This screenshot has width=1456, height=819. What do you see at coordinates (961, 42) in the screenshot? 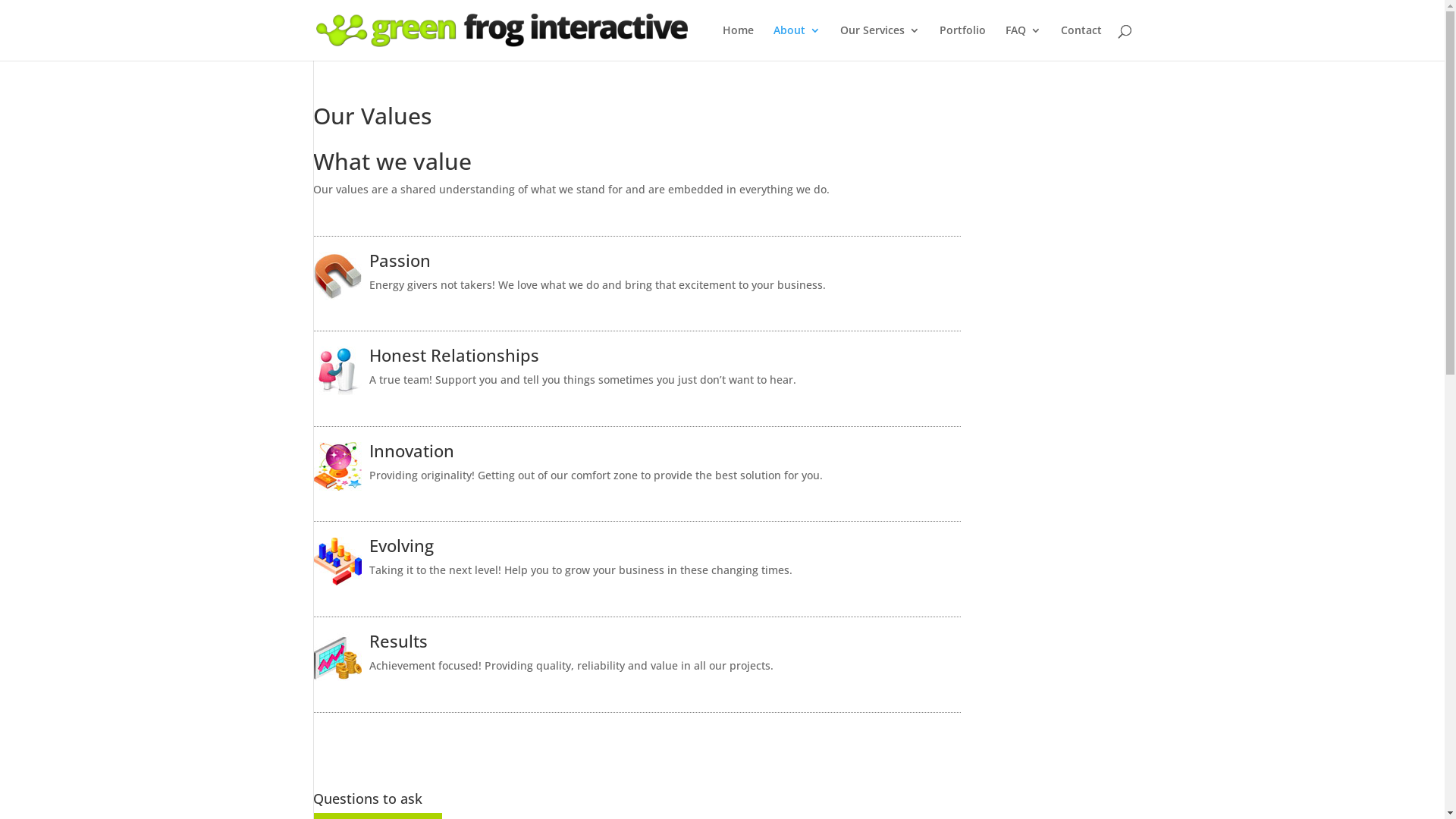
I see `'Portfolio'` at bounding box center [961, 42].